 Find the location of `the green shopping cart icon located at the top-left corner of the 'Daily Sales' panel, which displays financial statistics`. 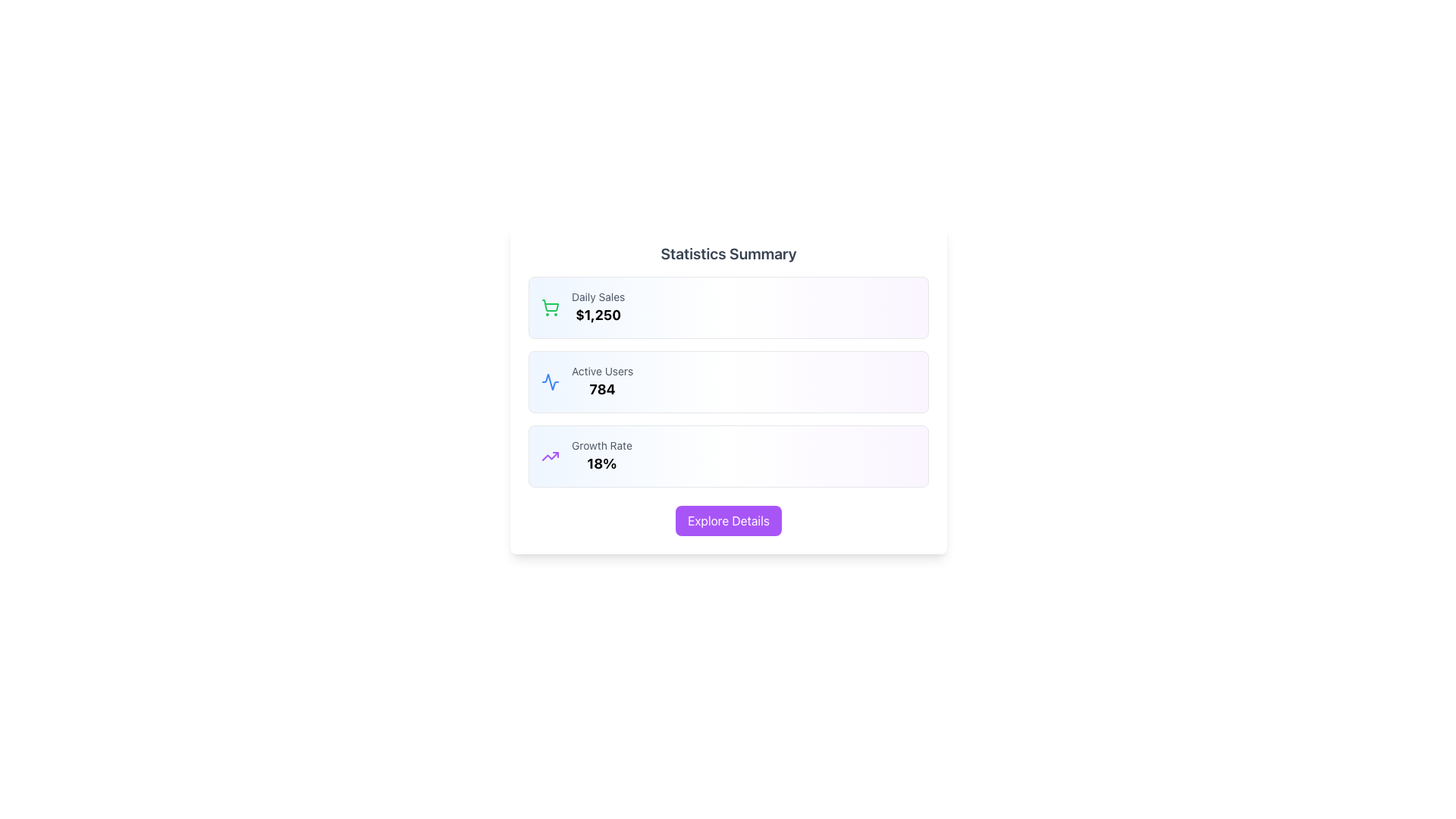

the green shopping cart icon located at the top-left corner of the 'Daily Sales' panel, which displays financial statistics is located at coordinates (549, 307).